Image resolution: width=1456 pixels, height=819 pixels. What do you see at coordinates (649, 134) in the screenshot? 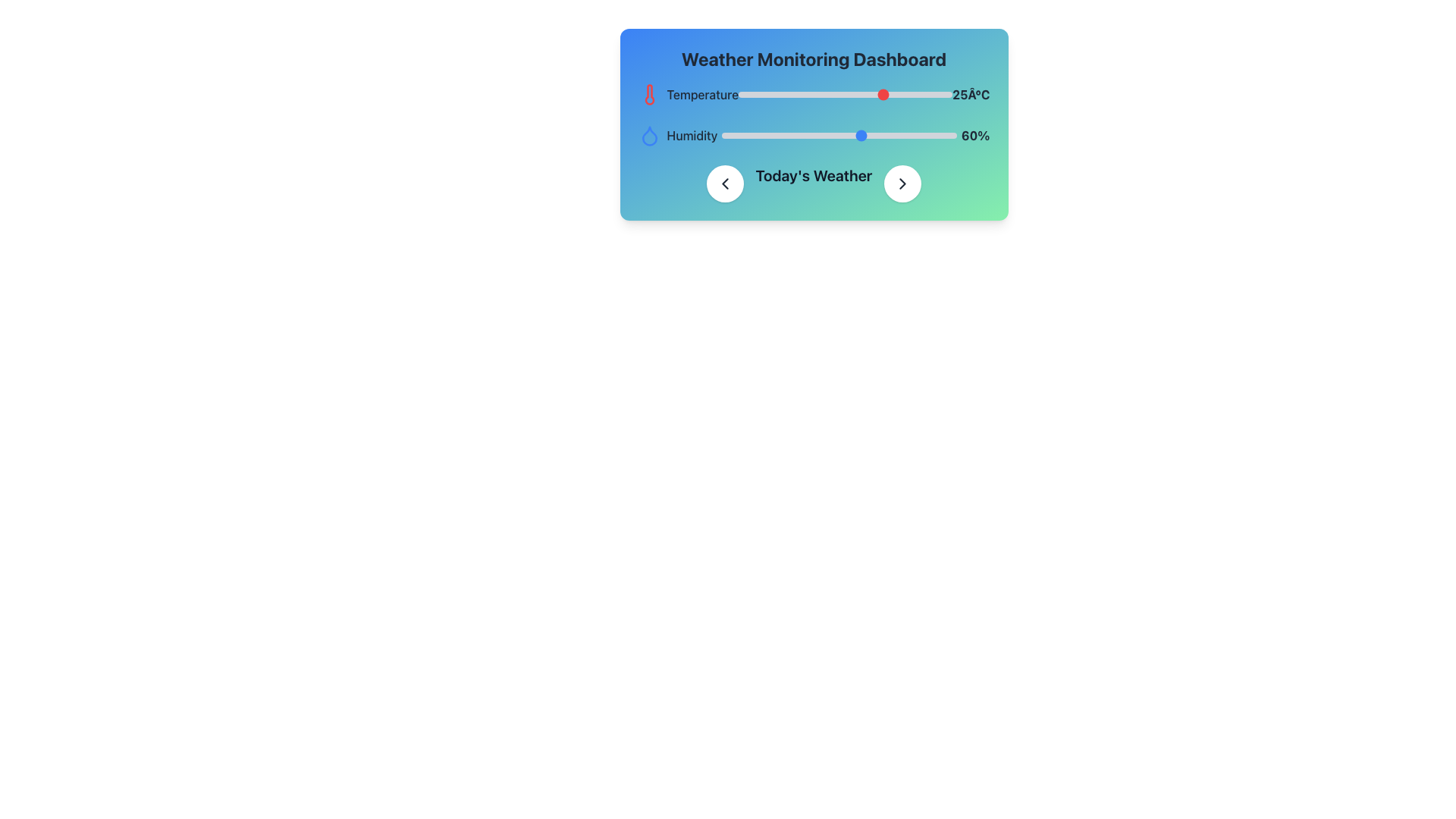
I see `the humidity droplet icon located to the left of the 'Humidity' text within the weather monitoring dashboard` at bounding box center [649, 134].